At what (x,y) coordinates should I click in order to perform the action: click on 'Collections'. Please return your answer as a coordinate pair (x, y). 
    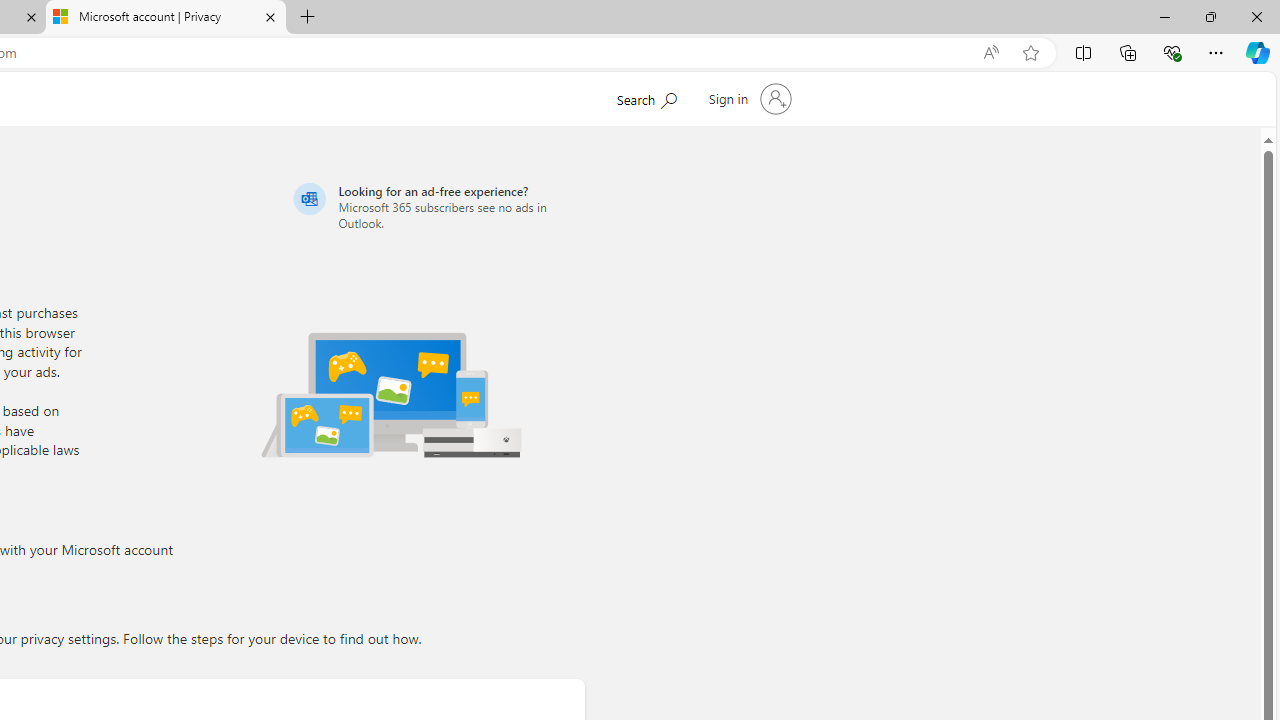
    Looking at the image, I should click on (1128, 51).